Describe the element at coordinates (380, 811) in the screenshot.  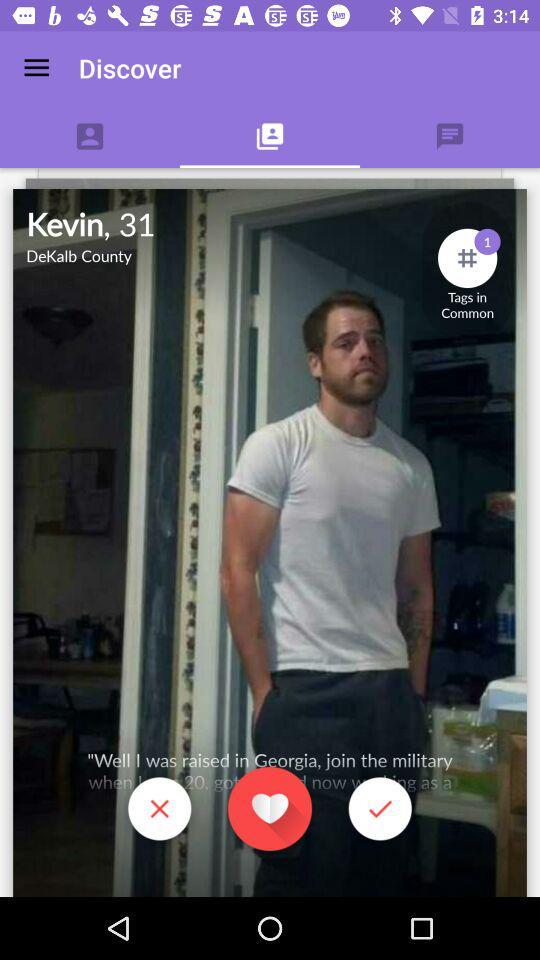
I see `the check icon` at that location.